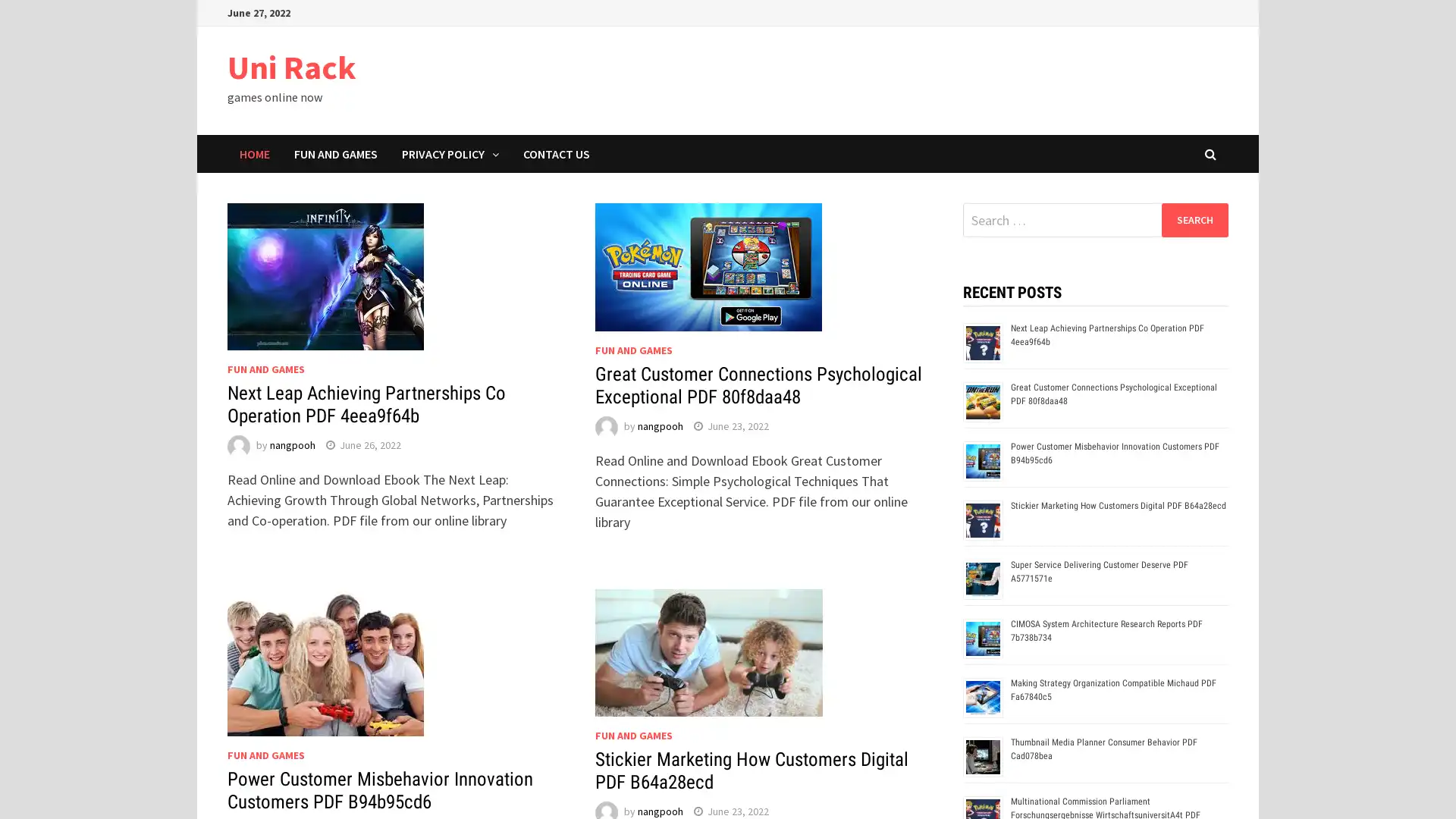 Image resolution: width=1456 pixels, height=819 pixels. I want to click on Search, so click(1194, 219).